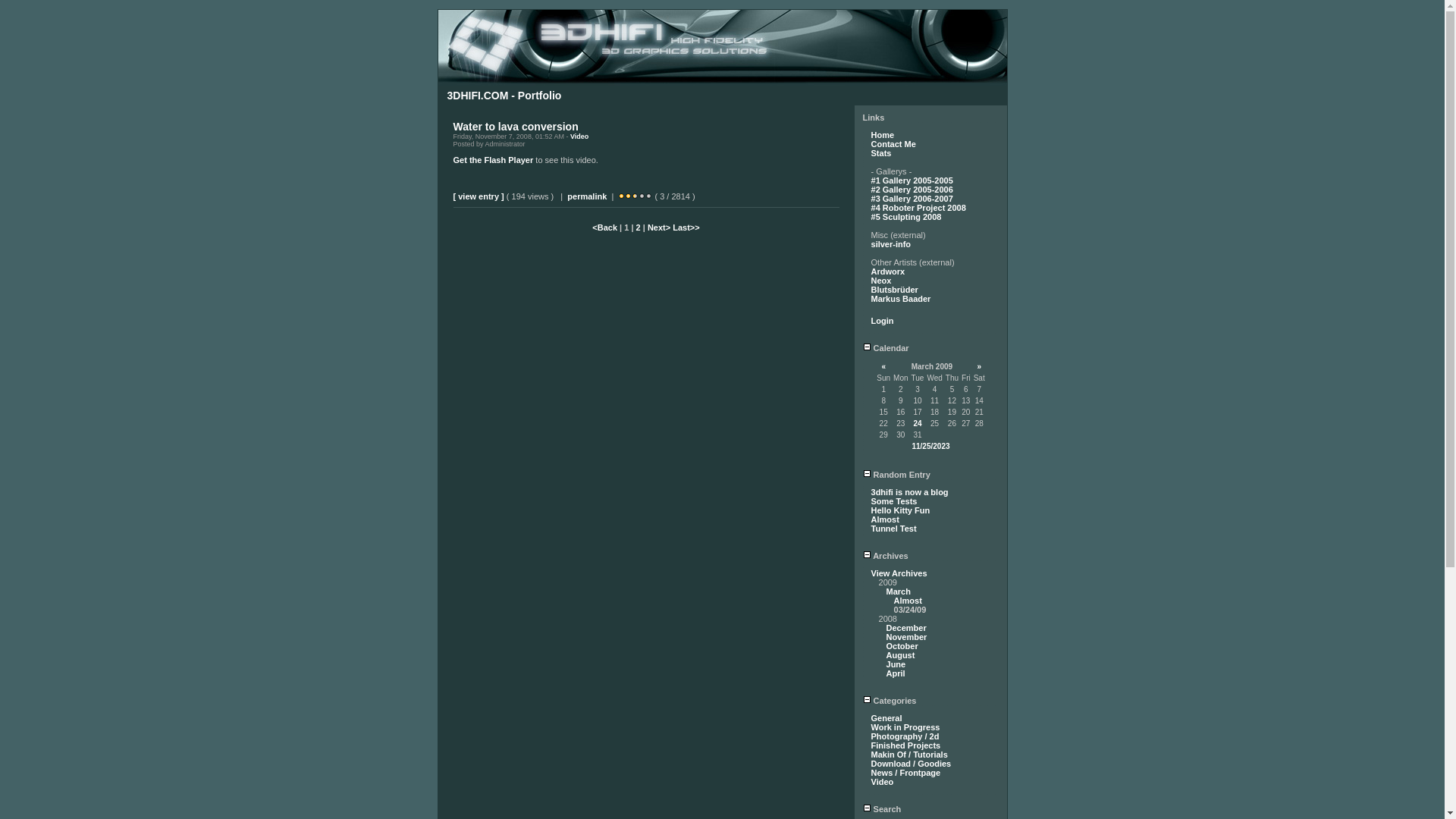 The image size is (1456, 819). I want to click on 'Search', so click(862, 808).